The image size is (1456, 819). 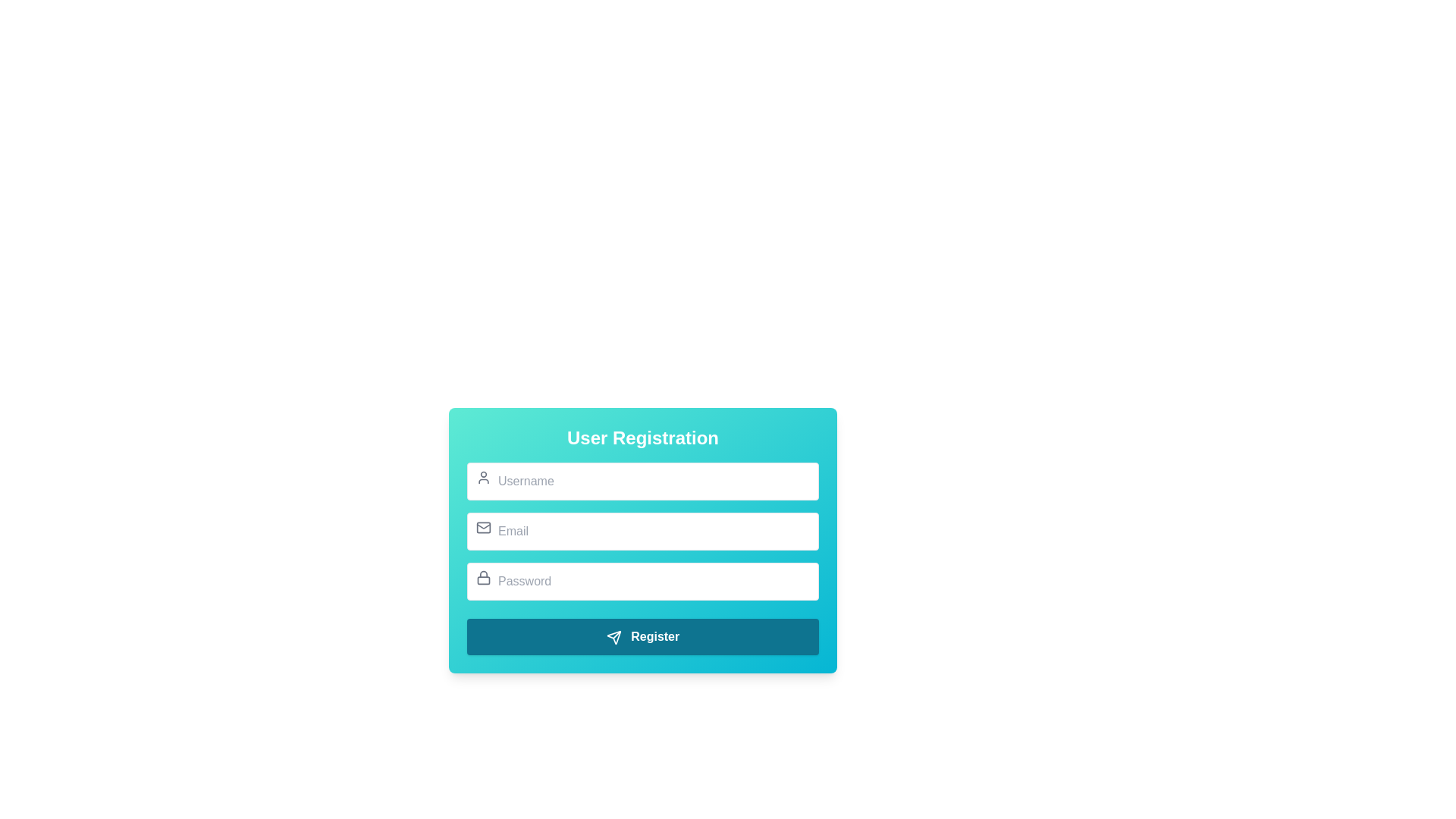 I want to click on the 'Register' button with a cyan blue background and white text, which is located at the bottom of the user registration form, so click(x=643, y=637).